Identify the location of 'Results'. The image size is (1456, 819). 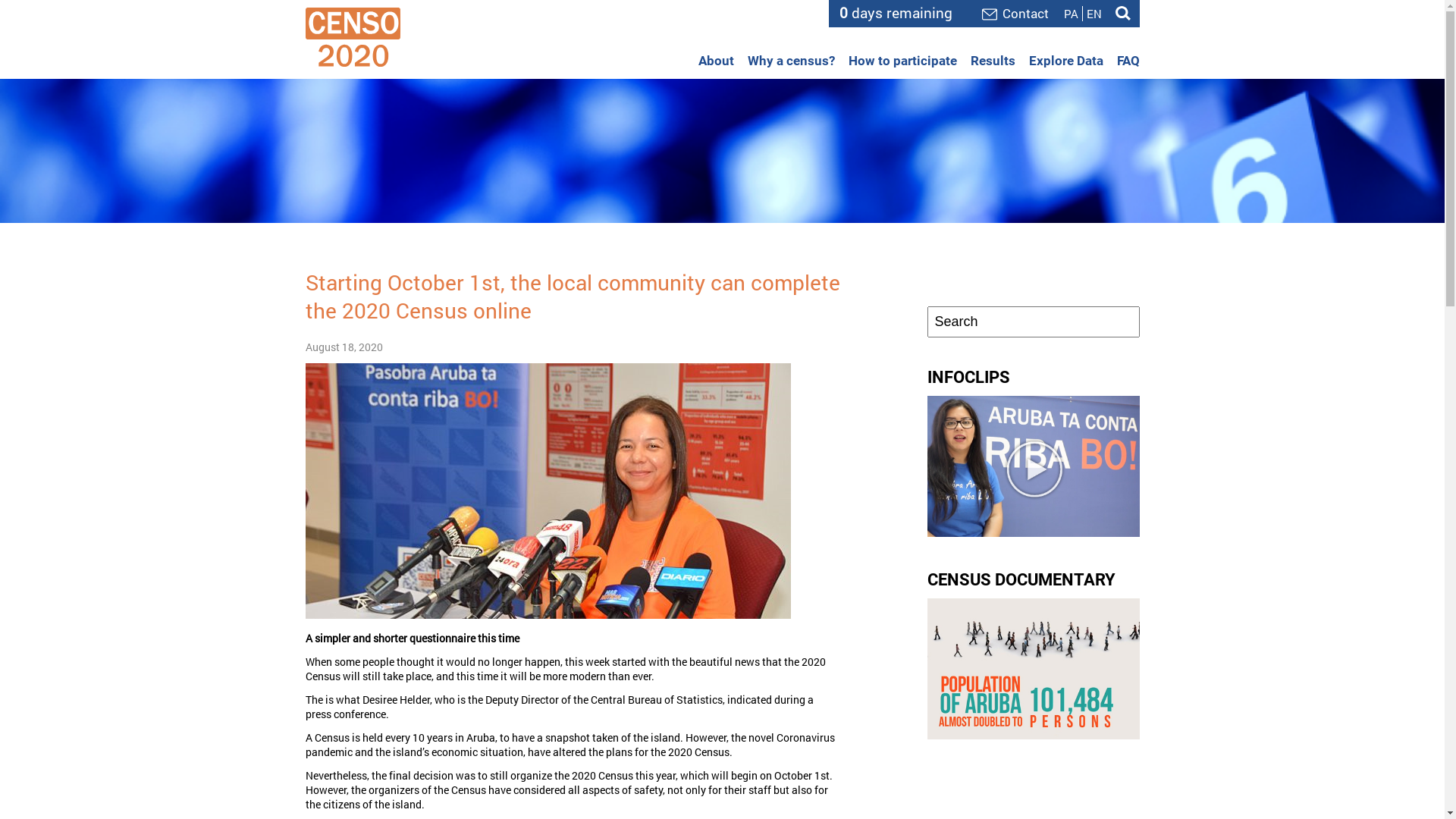
(993, 60).